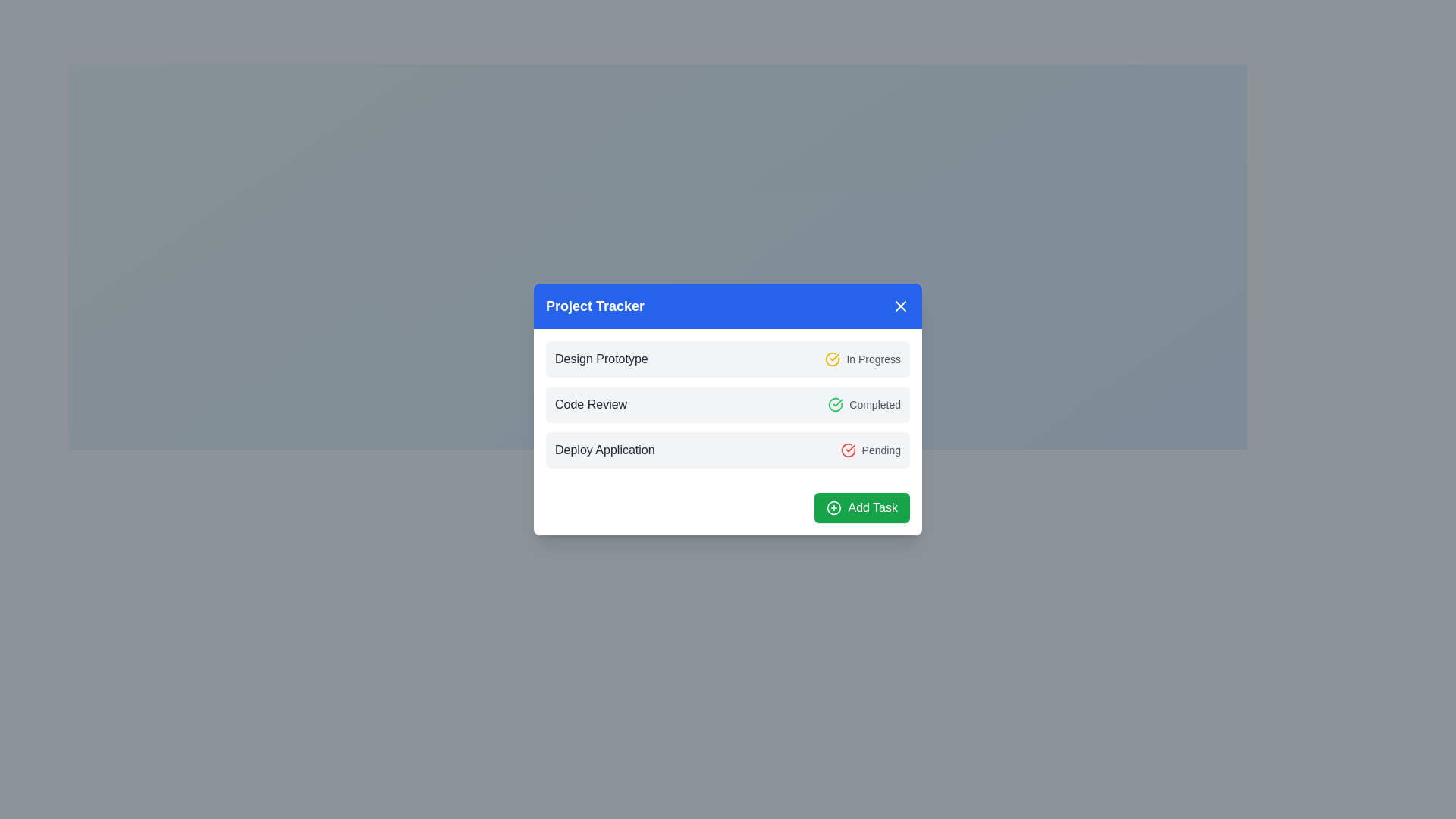  Describe the element at coordinates (832, 359) in the screenshot. I see `the 'Pending' status vector graphics element positioned to the right of the 'Deploy Application' text in the 'Project Tracker' modal` at that location.